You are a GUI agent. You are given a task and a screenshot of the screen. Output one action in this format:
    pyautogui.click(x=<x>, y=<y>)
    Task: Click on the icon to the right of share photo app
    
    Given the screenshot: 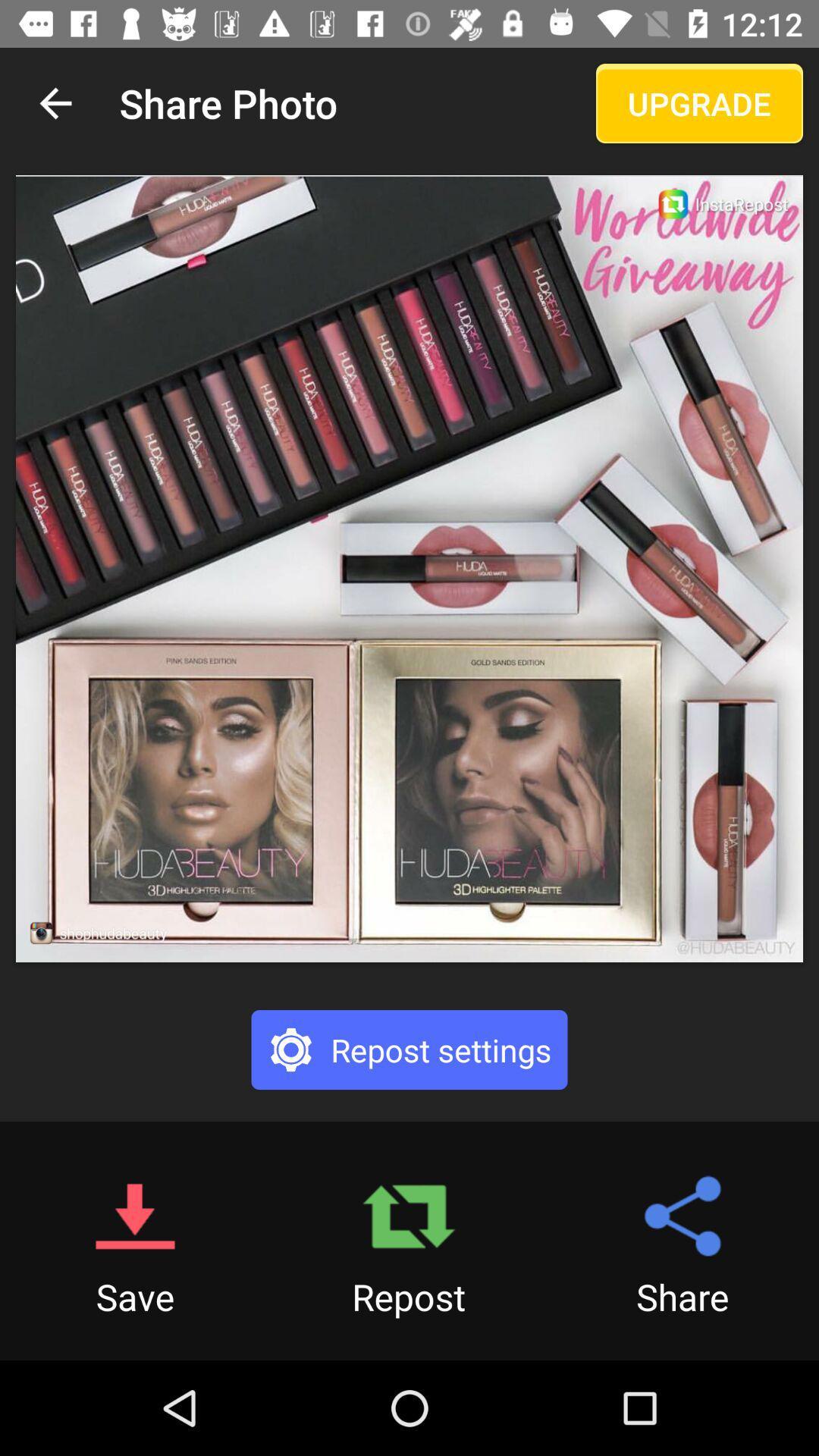 What is the action you would take?
    pyautogui.click(x=699, y=102)
    